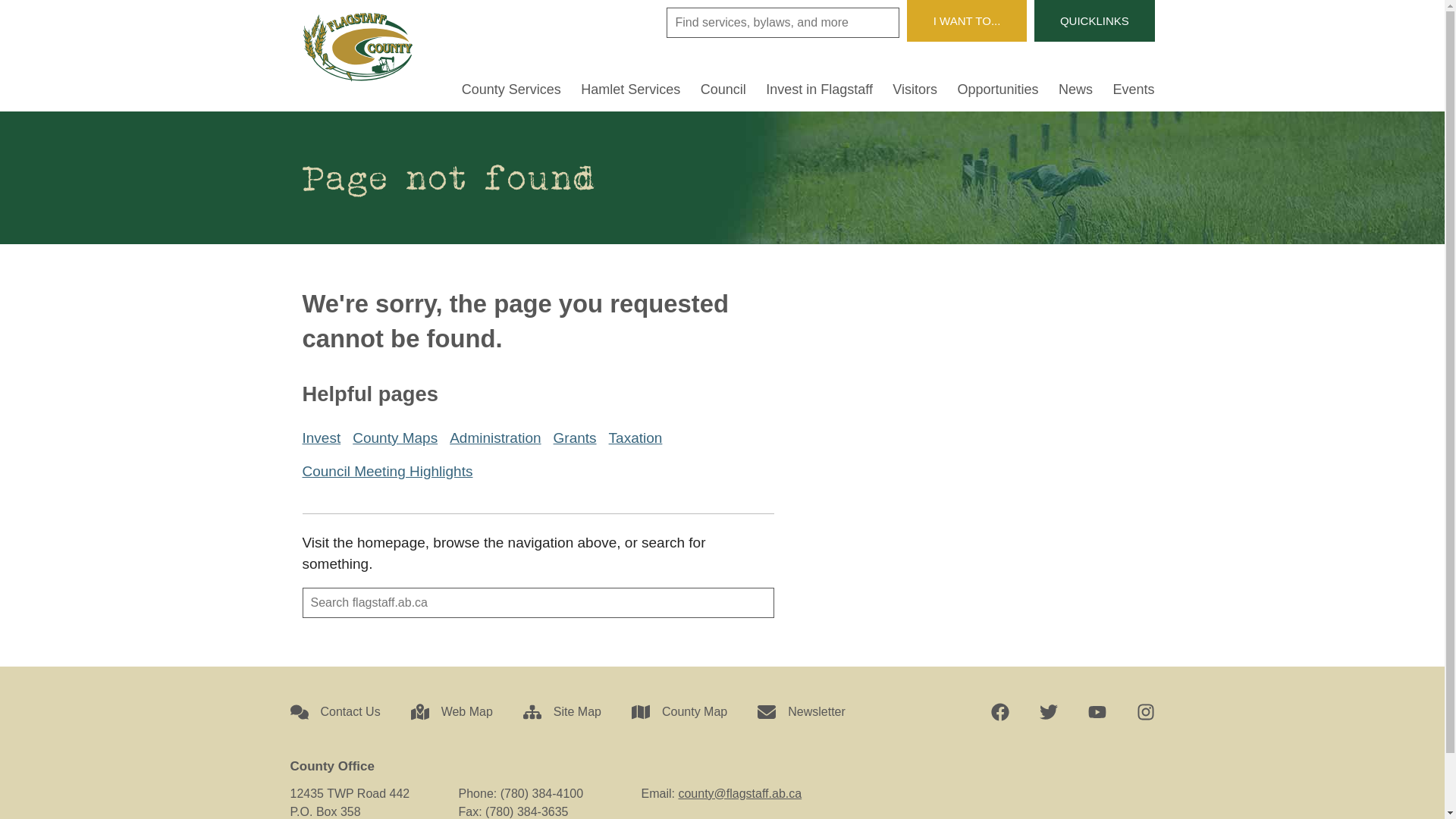  What do you see at coordinates (1047, 711) in the screenshot?
I see `'Twitter'` at bounding box center [1047, 711].